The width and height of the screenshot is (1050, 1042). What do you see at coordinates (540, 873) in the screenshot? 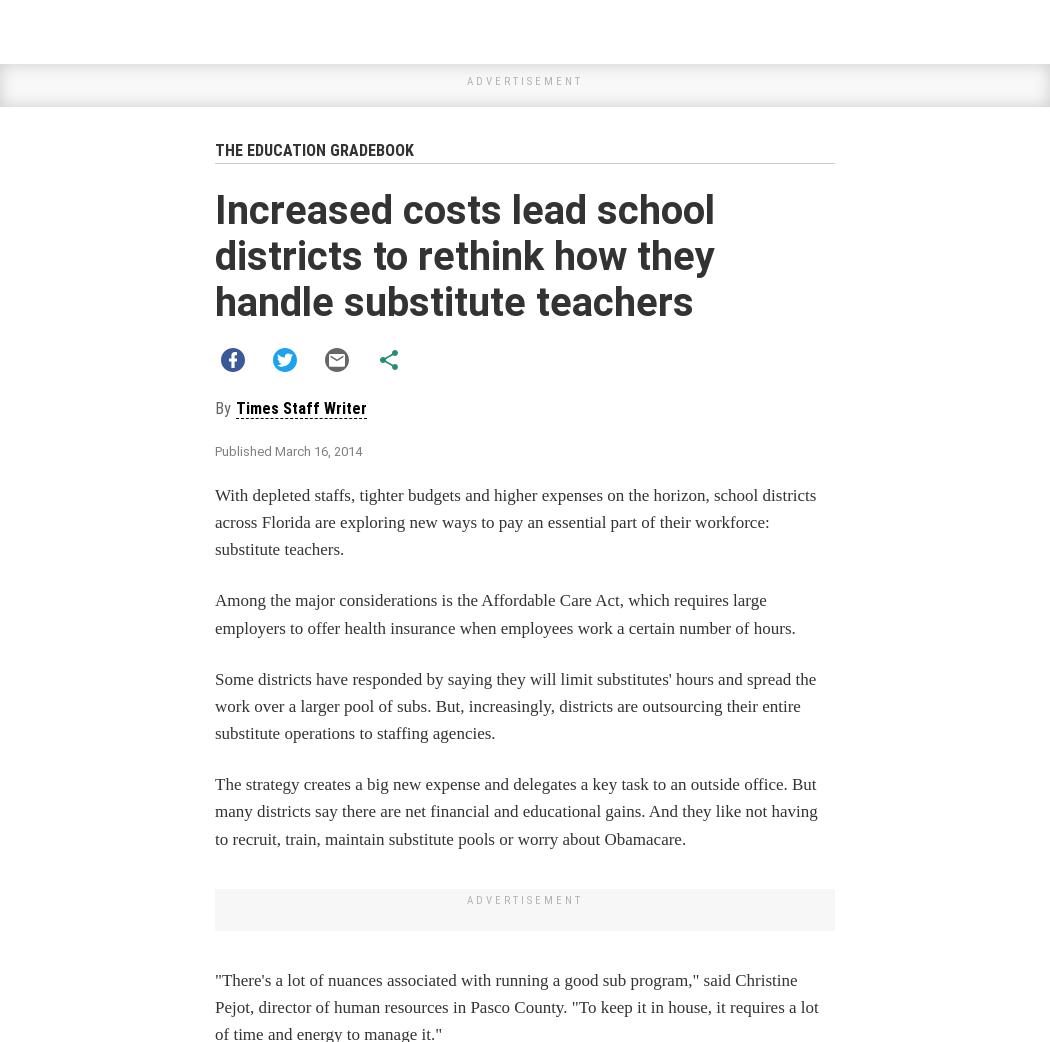
I see `'Oct. 29'` at bounding box center [540, 873].